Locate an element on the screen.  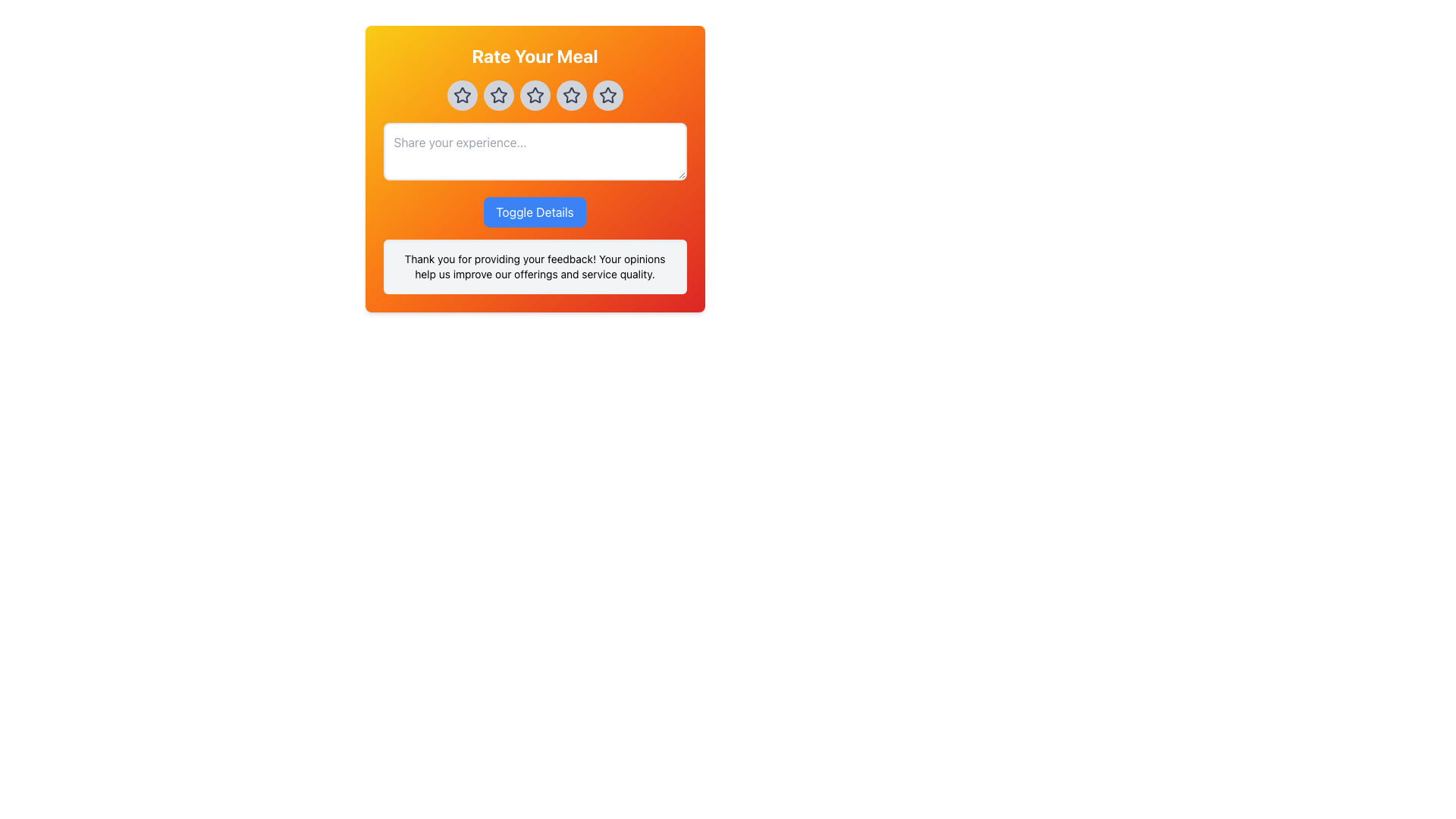
the first star icon in the five-star rating control under the 'Rate Your Meal' title is located at coordinates (461, 95).